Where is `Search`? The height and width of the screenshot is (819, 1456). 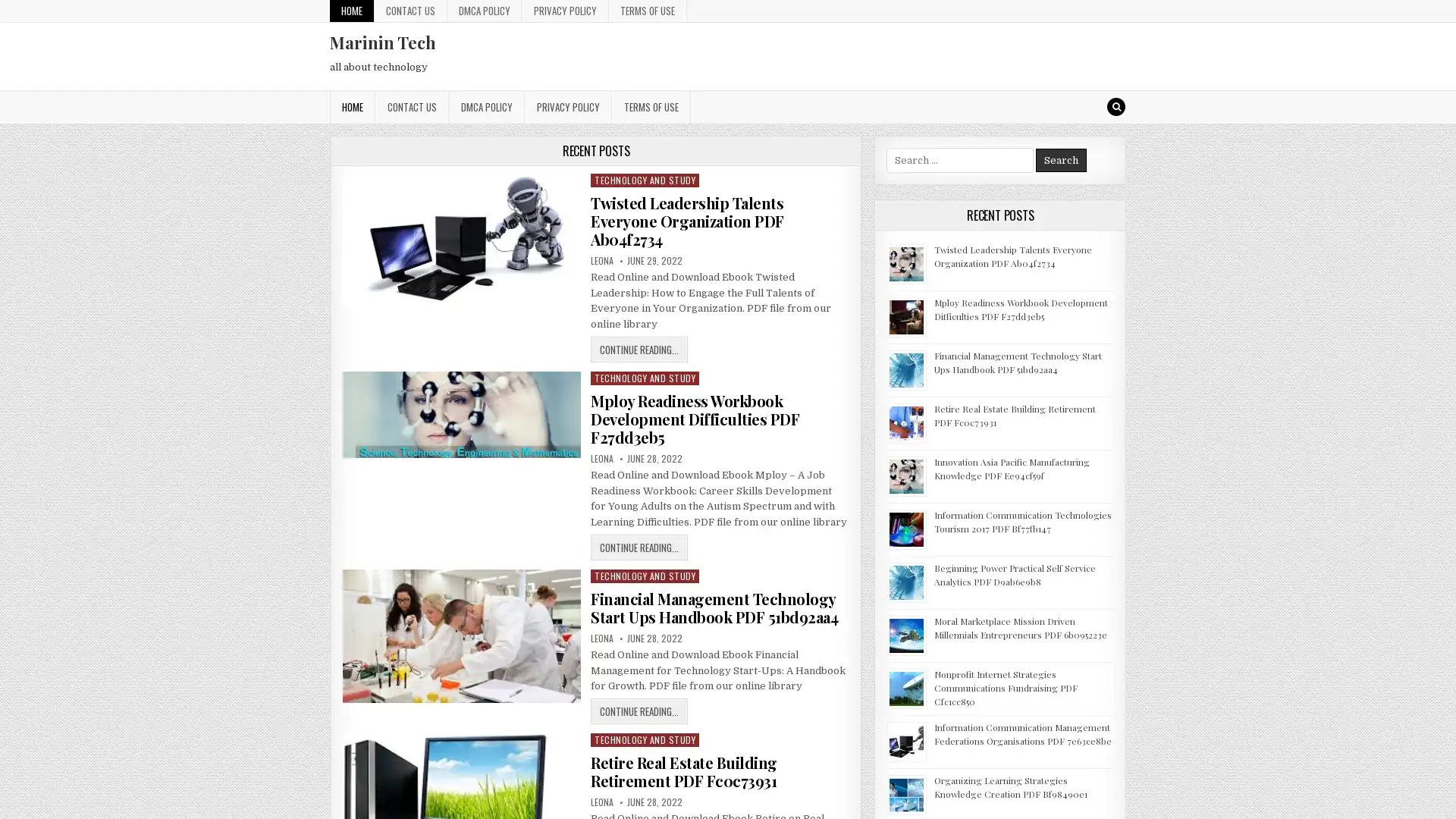
Search is located at coordinates (1060, 160).